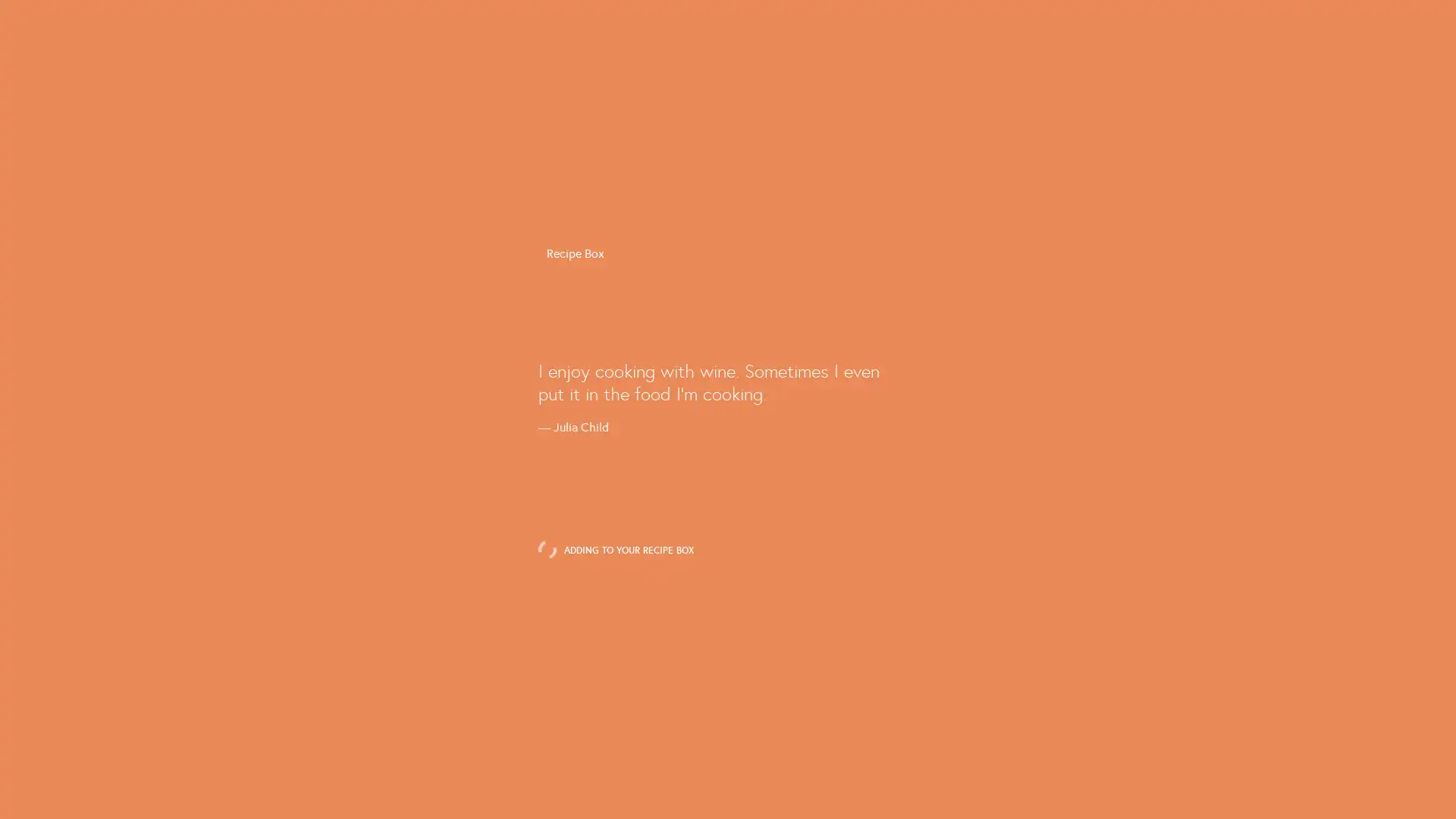 Image resolution: width=1456 pixels, height=819 pixels. Describe the element at coordinates (726, 399) in the screenshot. I see `Connect with Facebook` at that location.